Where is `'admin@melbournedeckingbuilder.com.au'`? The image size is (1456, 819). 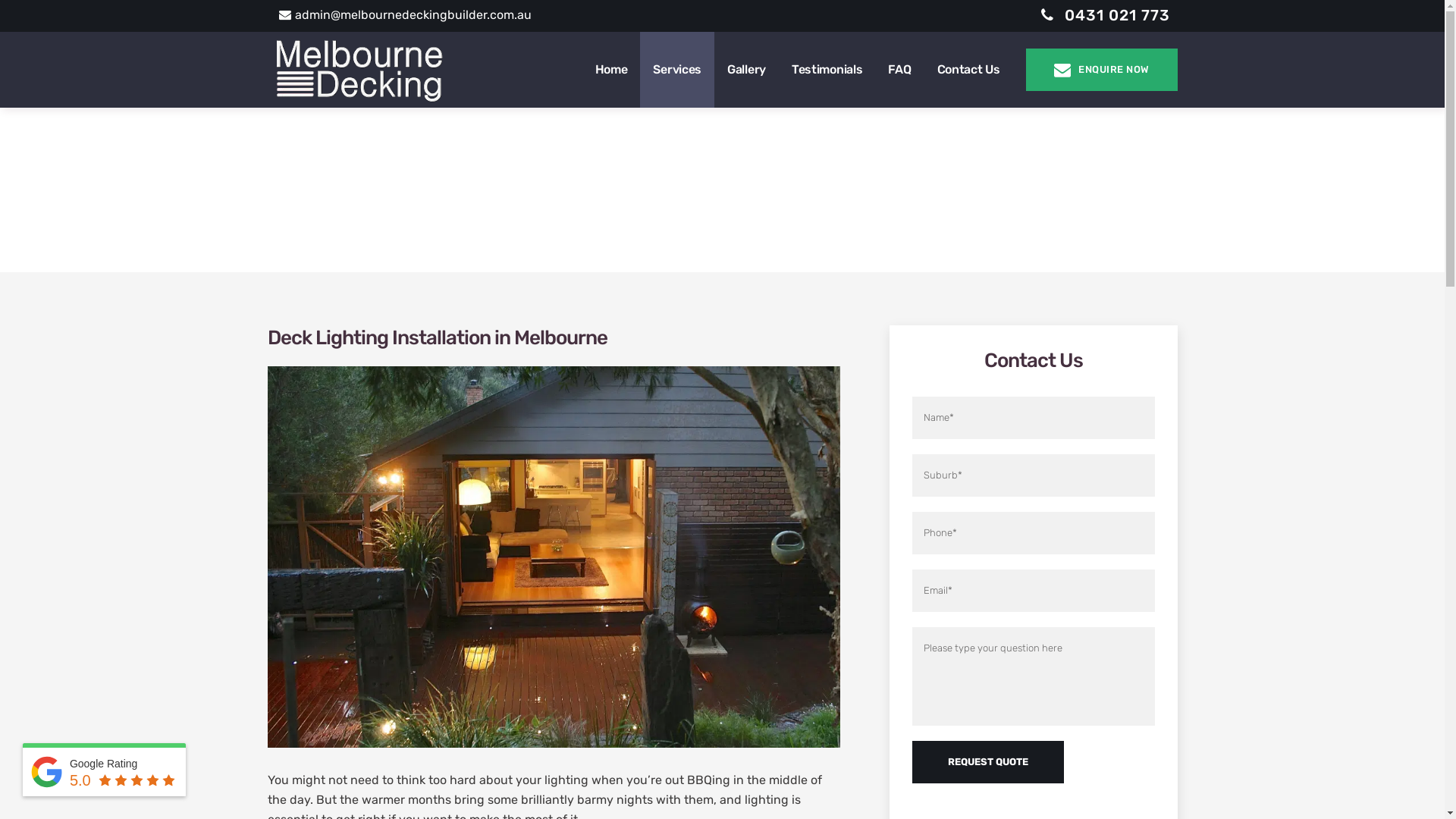
'admin@melbournedeckingbuilder.com.au' is located at coordinates (405, 14).